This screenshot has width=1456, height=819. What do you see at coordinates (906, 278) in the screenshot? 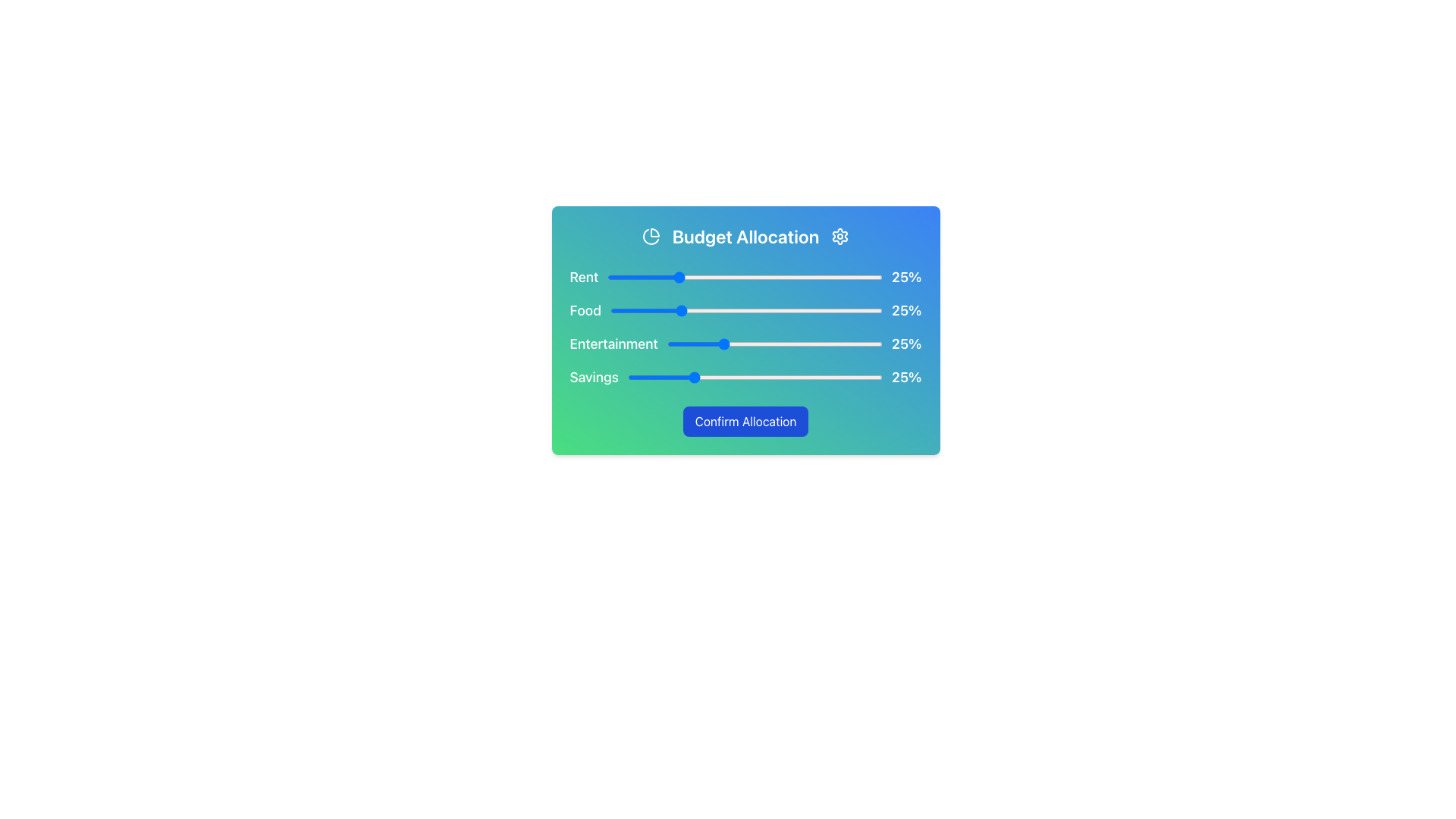
I see `value displayed in the static text label showing '25%' located to the right of the Rent slider in the Budget Allocation panel` at bounding box center [906, 278].